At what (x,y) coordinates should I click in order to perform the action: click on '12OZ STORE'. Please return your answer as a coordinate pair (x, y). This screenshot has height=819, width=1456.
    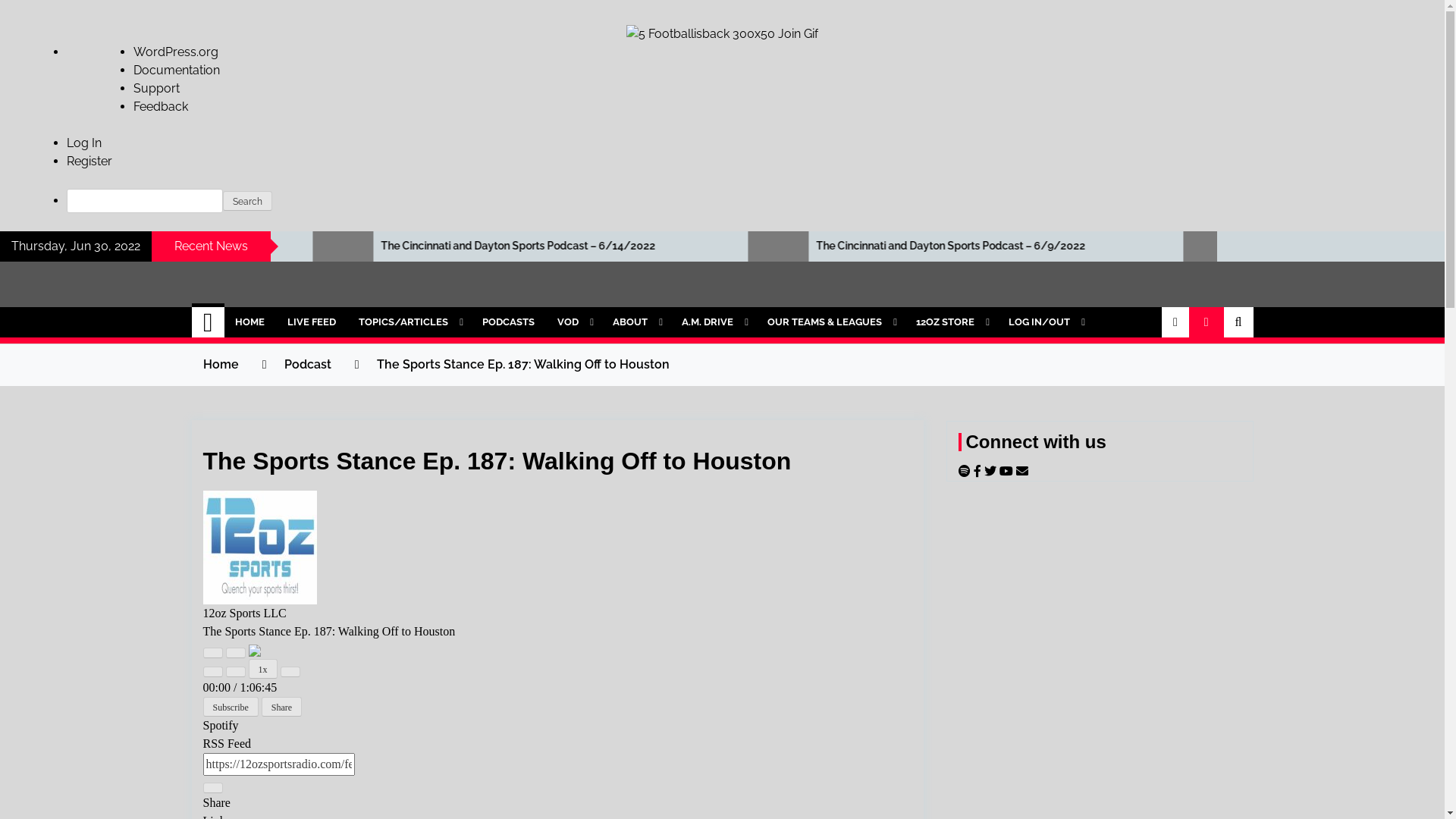
    Looking at the image, I should click on (949, 321).